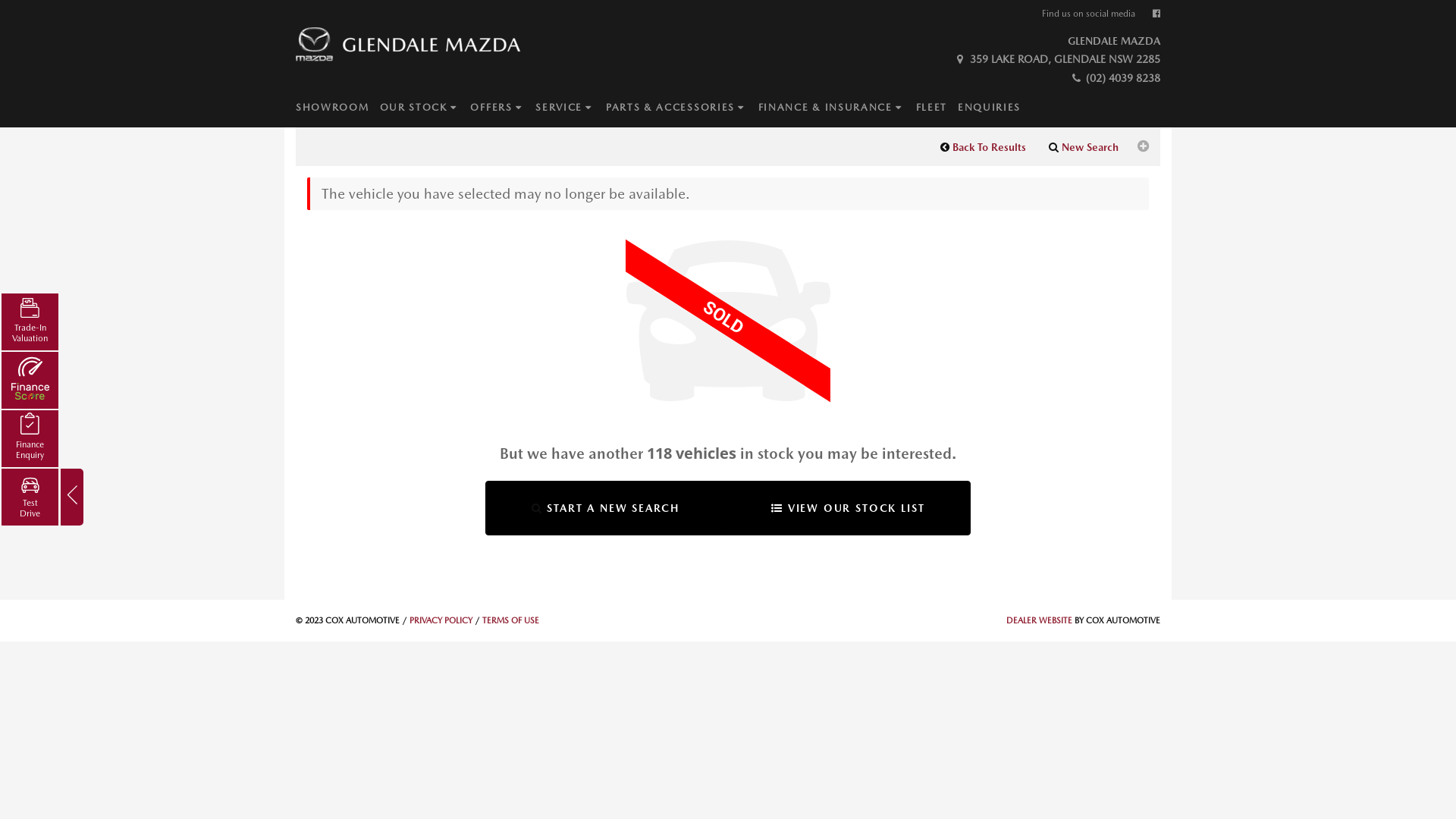  Describe the element at coordinates (30, 321) in the screenshot. I see `'Trade-In` at that location.